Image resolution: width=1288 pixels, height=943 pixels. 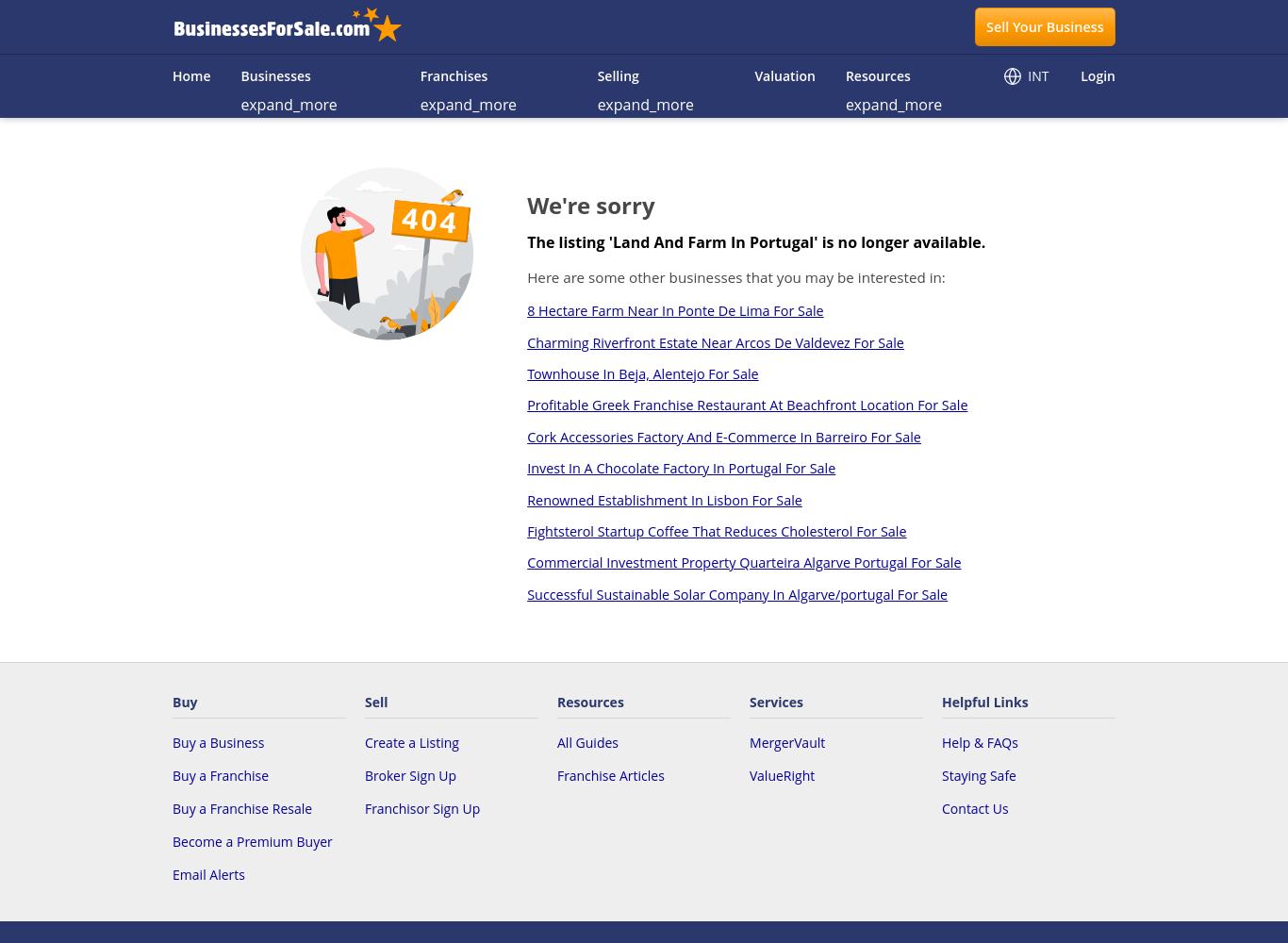 I want to click on 'Townhouse In Beja, Alentejo For Sale', so click(x=641, y=373).